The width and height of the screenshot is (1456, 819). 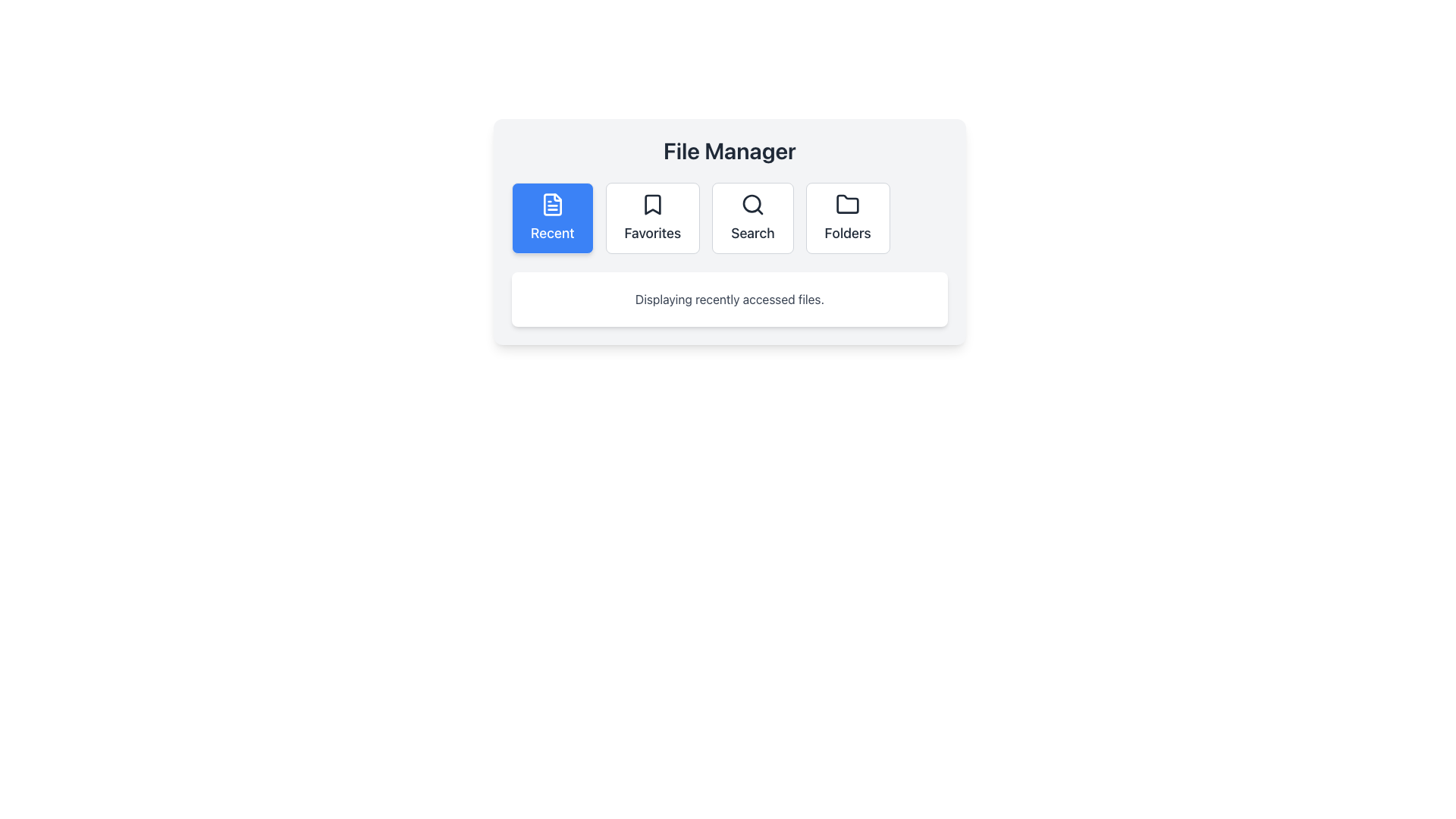 What do you see at coordinates (551, 205) in the screenshot?
I see `the 'Recent' button, which contains a small document icon with a white outline on a blue circular background` at bounding box center [551, 205].